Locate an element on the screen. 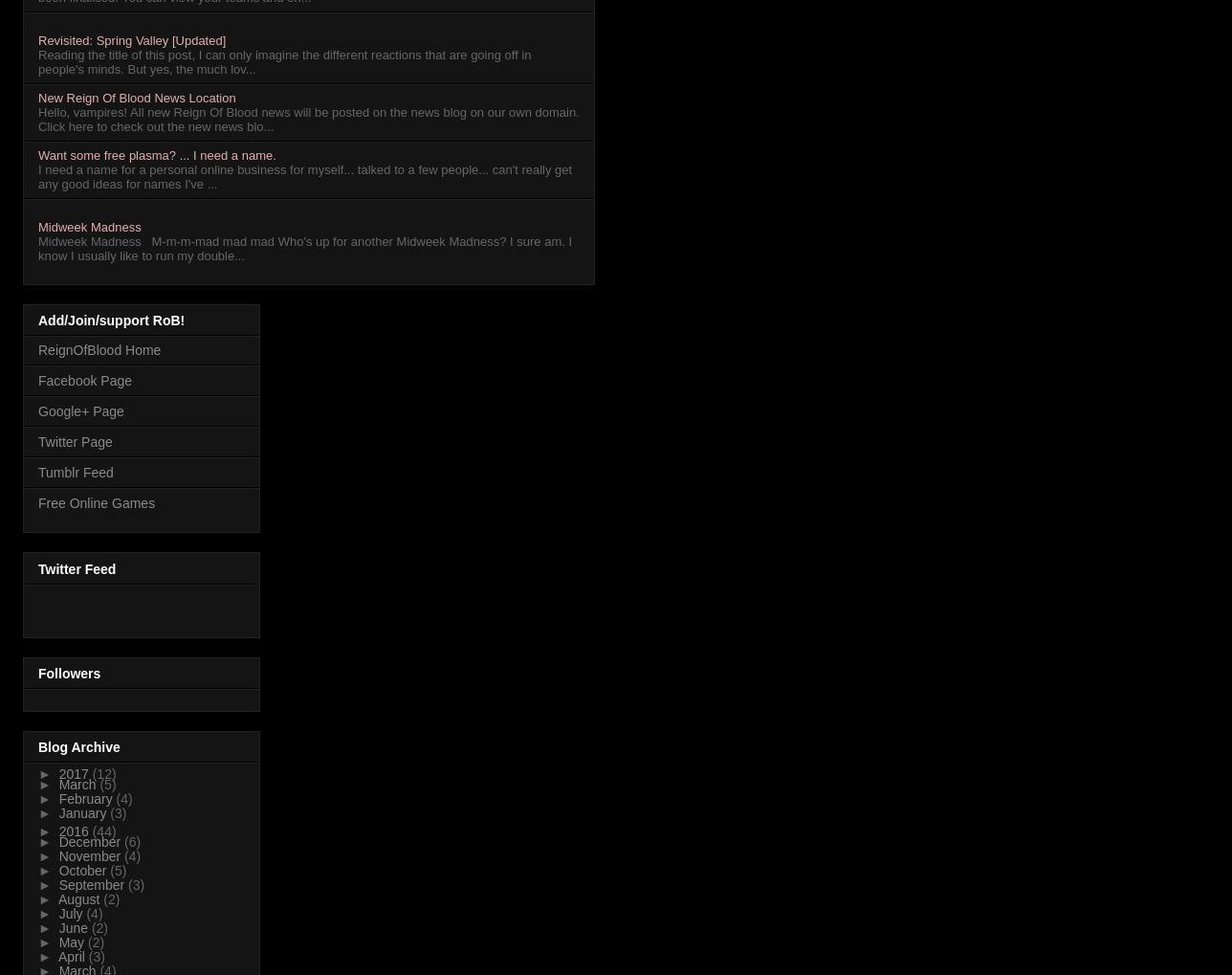  '(12)' is located at coordinates (91, 772).